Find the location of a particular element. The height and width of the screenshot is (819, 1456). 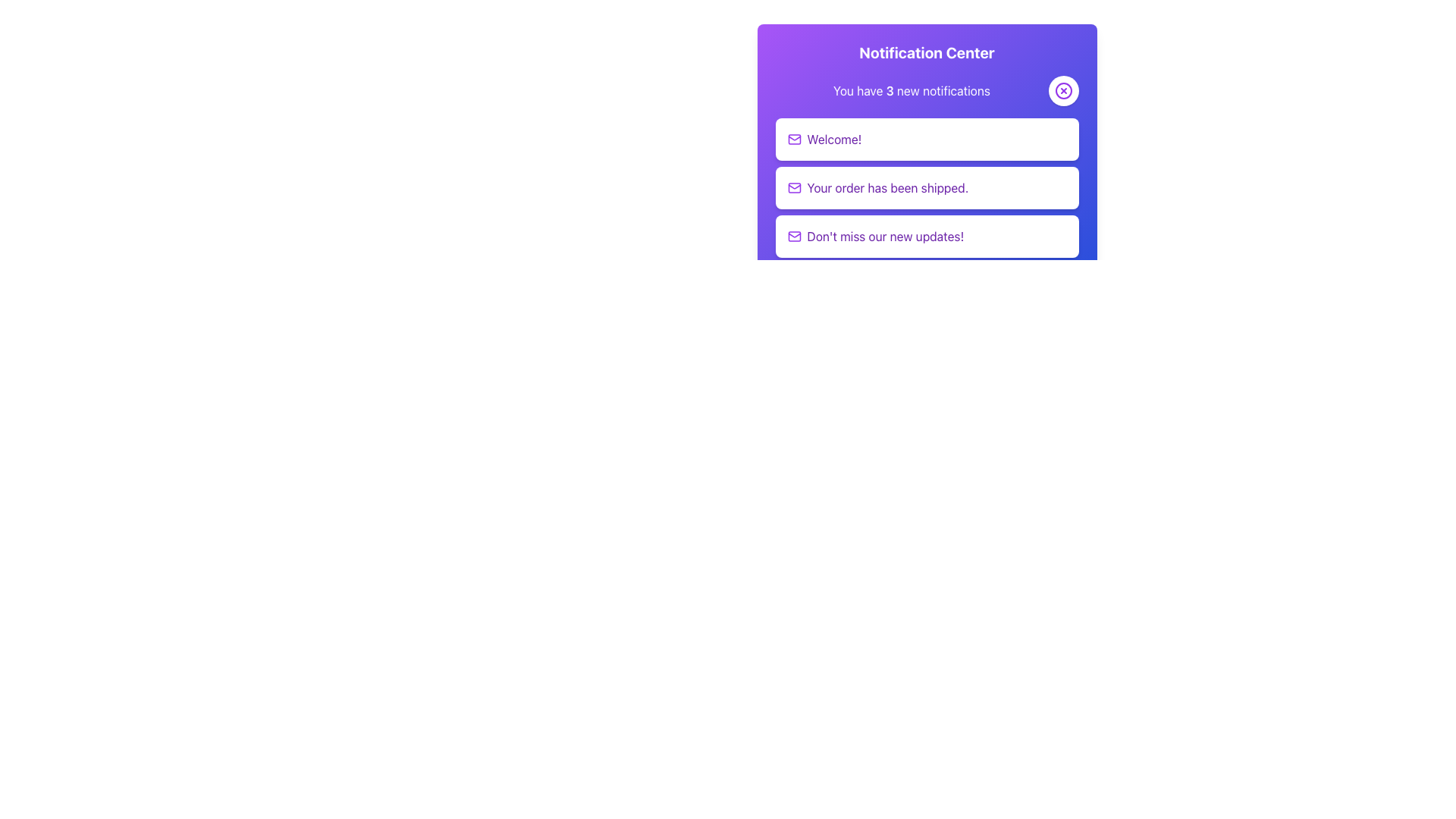

the third notification item in the notification panel is located at coordinates (926, 237).